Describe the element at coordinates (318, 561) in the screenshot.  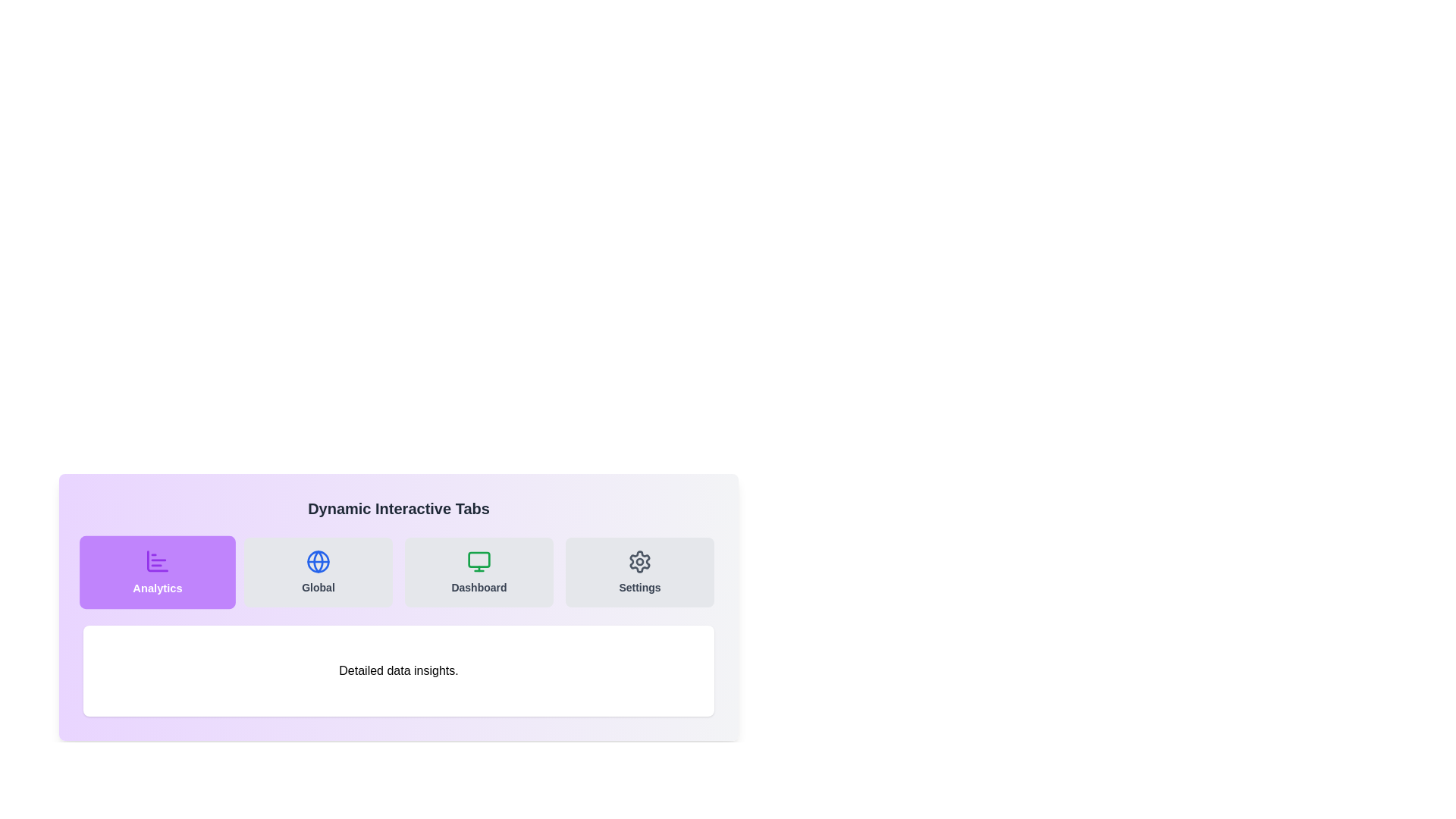
I see `the decorative SVG Circle Element associated with the 'Global' tab, which visually represents worldwide content` at that location.